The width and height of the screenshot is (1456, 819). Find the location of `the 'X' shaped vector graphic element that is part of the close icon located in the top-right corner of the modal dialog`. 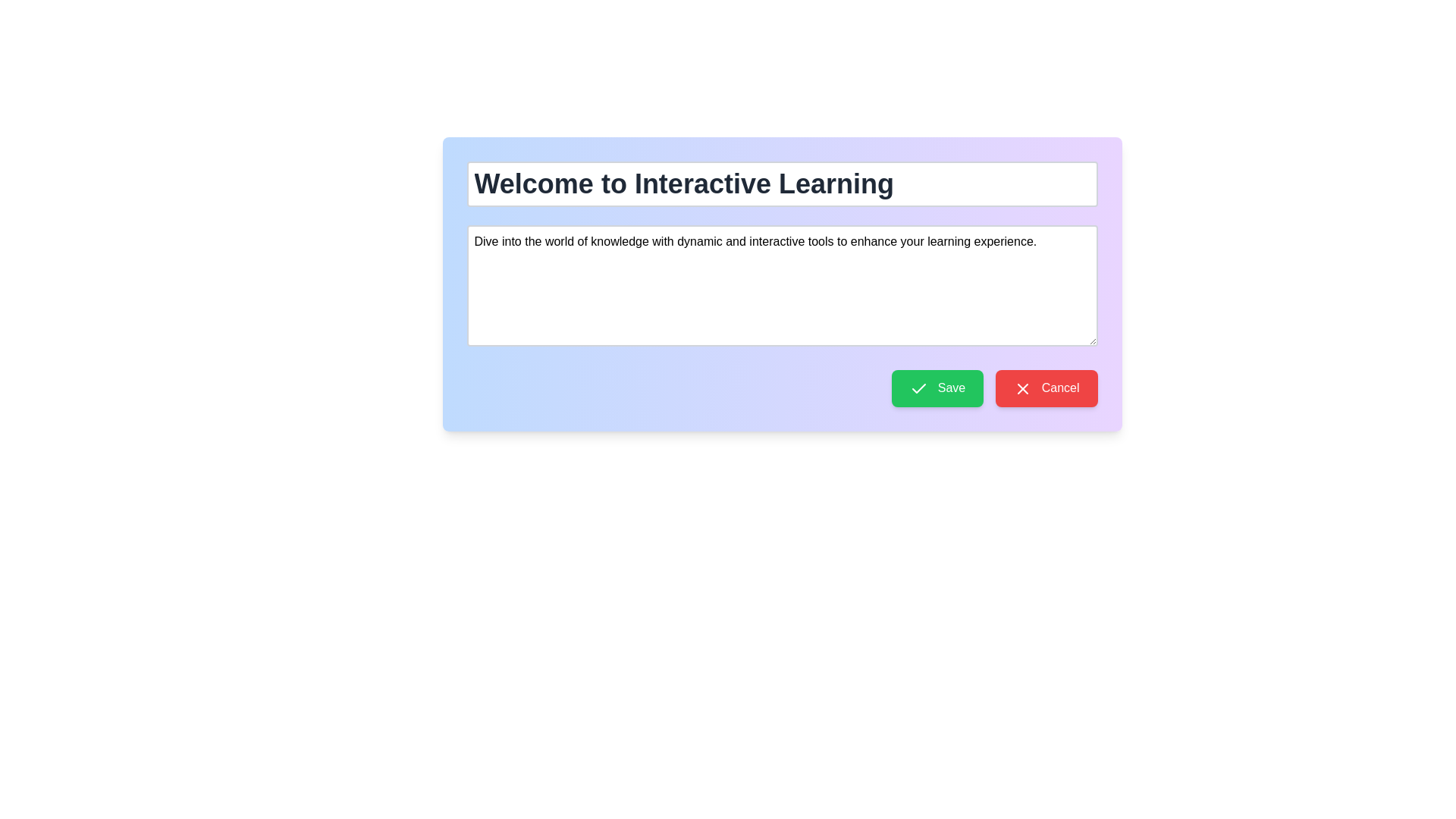

the 'X' shaped vector graphic element that is part of the close icon located in the top-right corner of the modal dialog is located at coordinates (1023, 388).